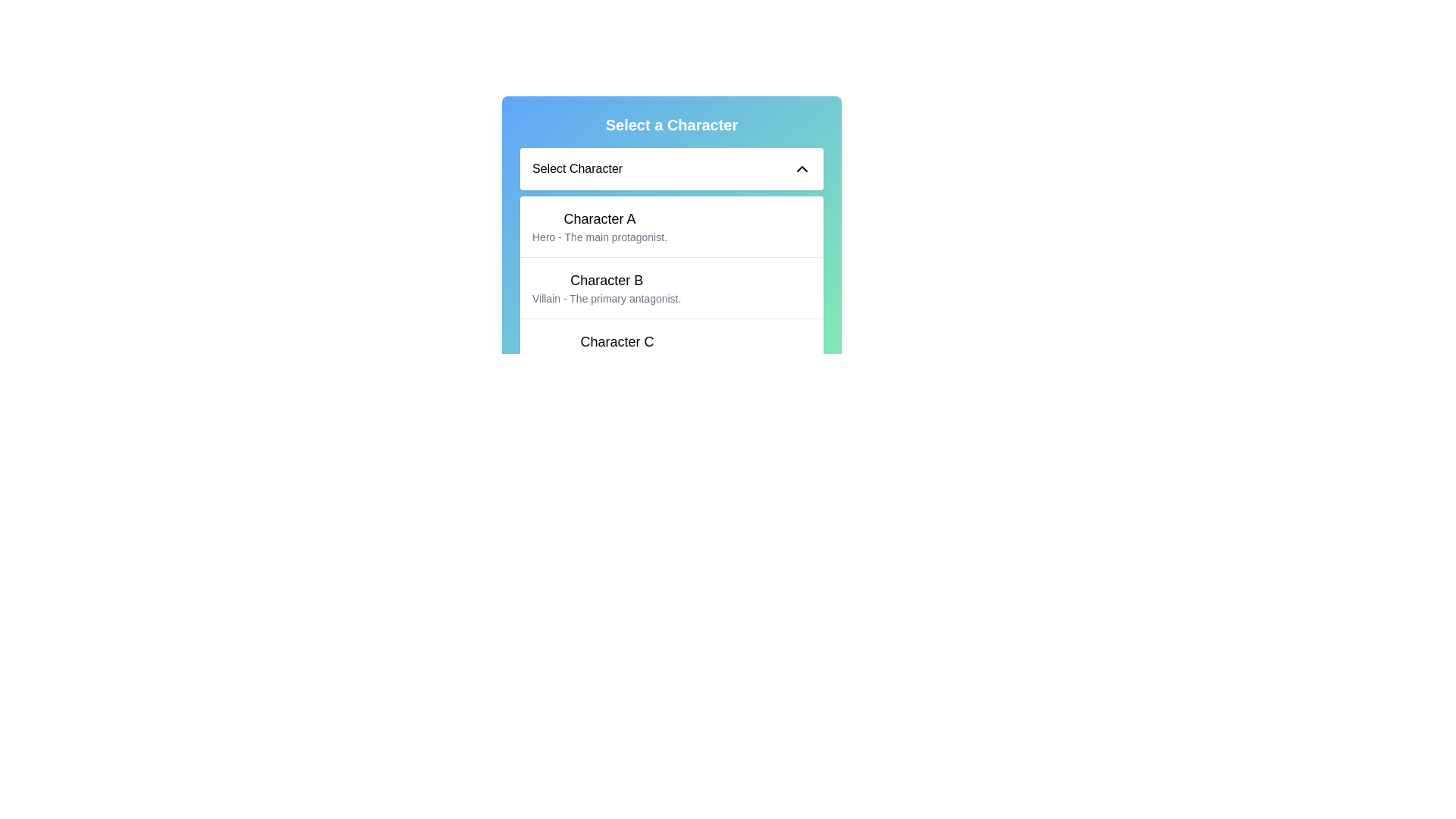  What do you see at coordinates (617, 350) in the screenshot?
I see `the third list item displaying 'Character C'` at bounding box center [617, 350].